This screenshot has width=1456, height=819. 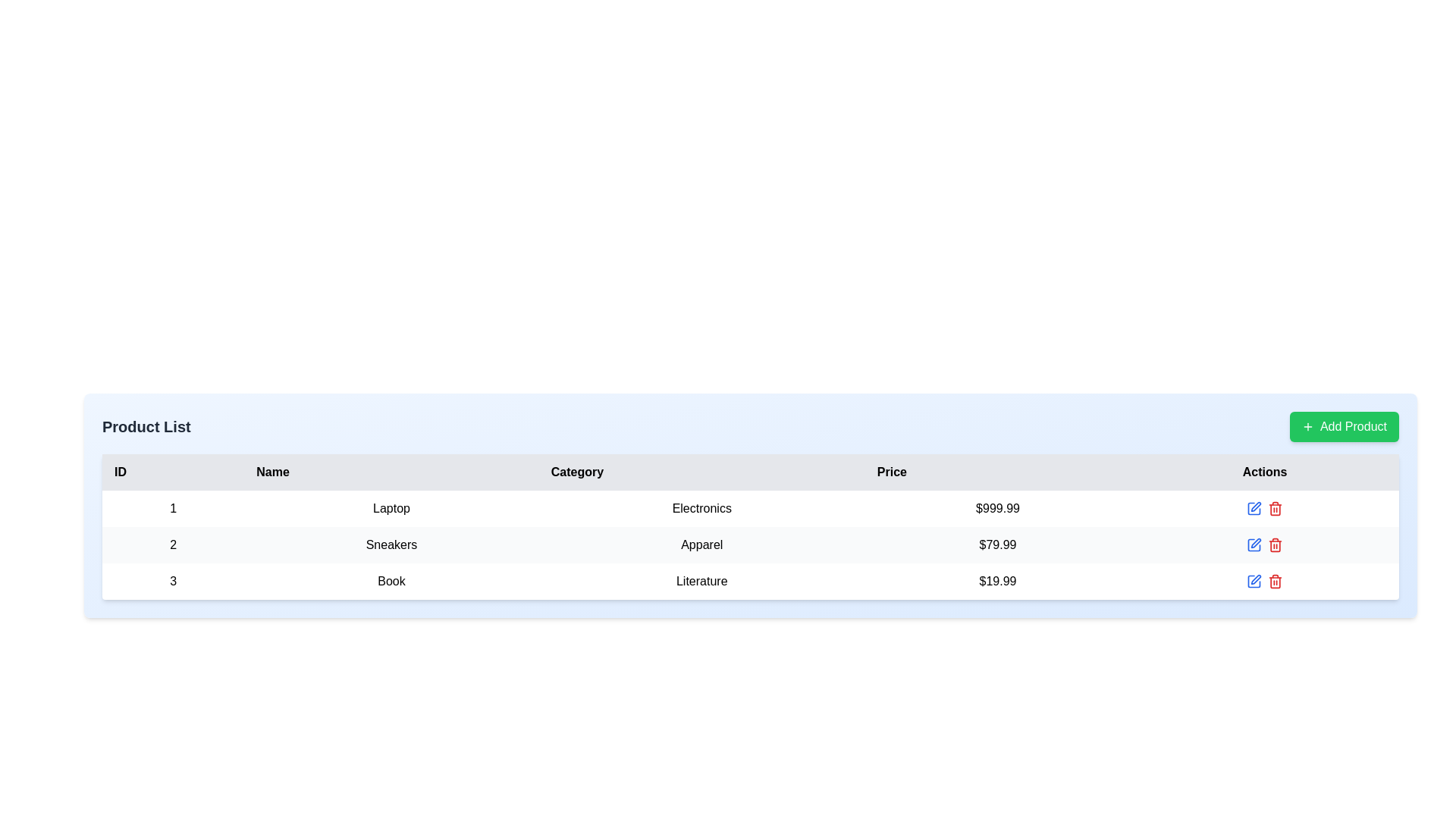 What do you see at coordinates (1265, 544) in the screenshot?
I see `the pencil icon in the actions column for the 'Sneakers' product entry to modify the entry` at bounding box center [1265, 544].